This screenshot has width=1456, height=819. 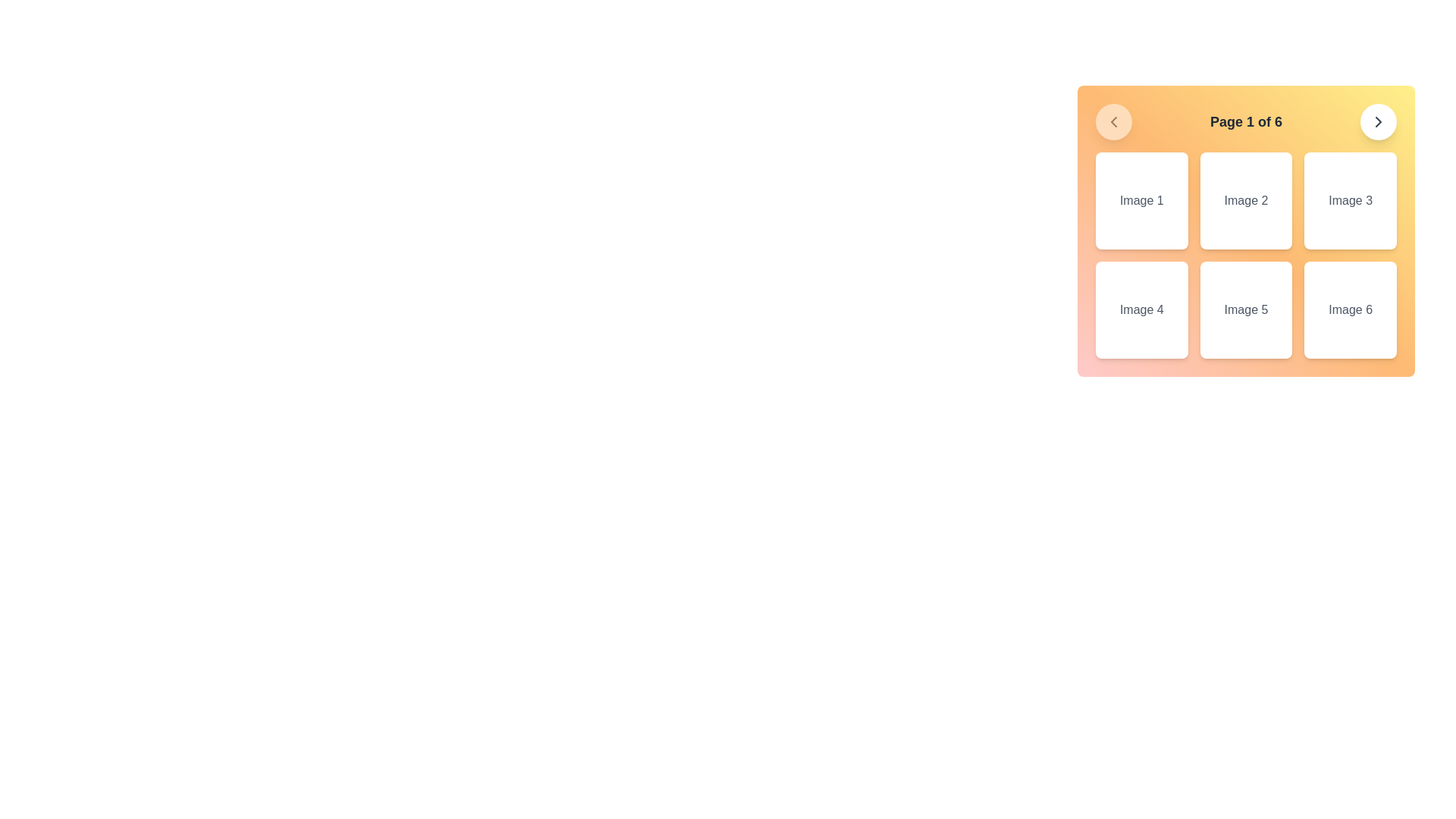 I want to click on the Static Label displaying 'Image 5' which is located in the second row, middle column of a grid layout, so click(x=1246, y=309).